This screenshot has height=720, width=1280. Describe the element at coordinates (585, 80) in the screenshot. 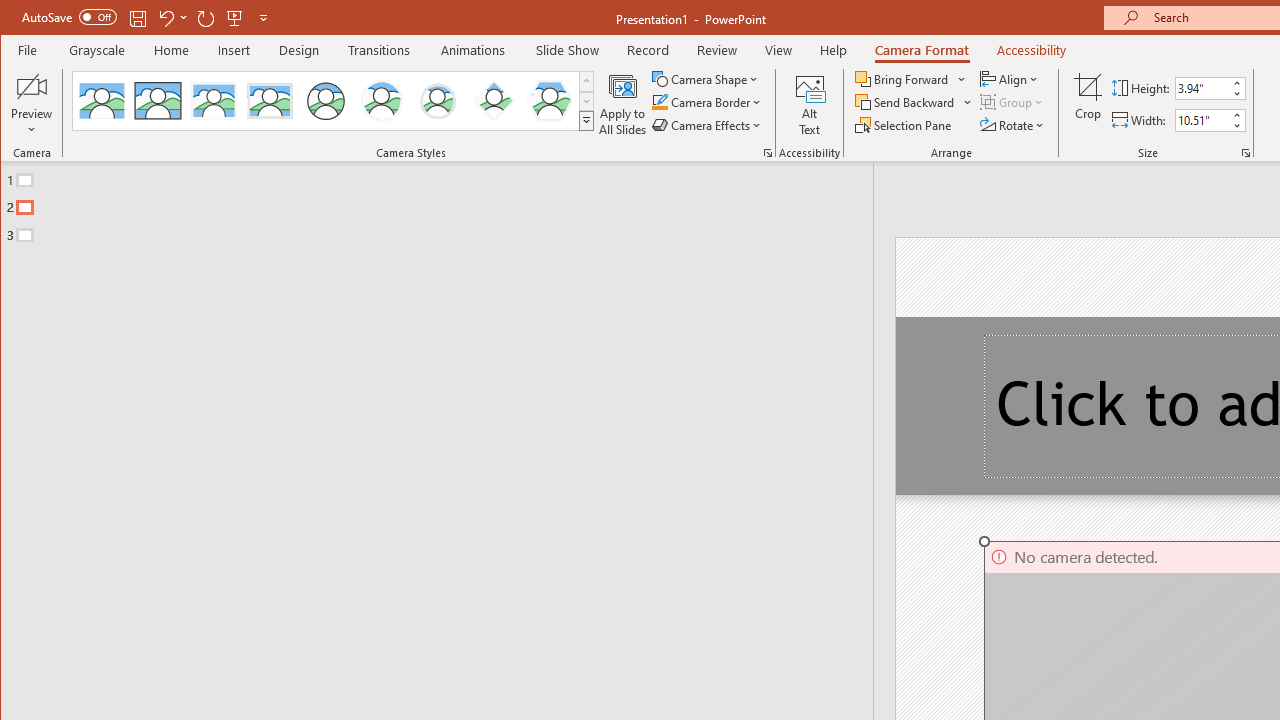

I see `'Row up'` at that location.